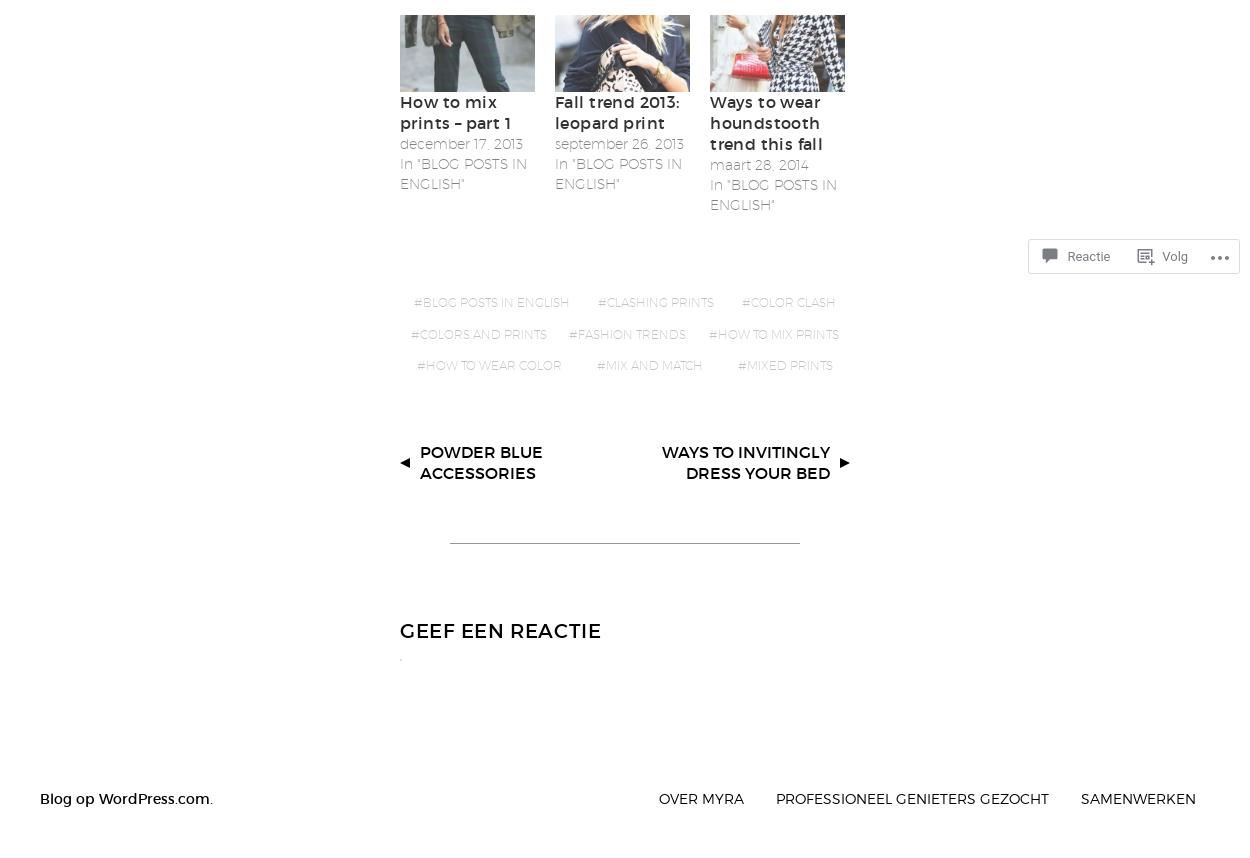  What do you see at coordinates (500, 630) in the screenshot?
I see `'Geef een reactie'` at bounding box center [500, 630].